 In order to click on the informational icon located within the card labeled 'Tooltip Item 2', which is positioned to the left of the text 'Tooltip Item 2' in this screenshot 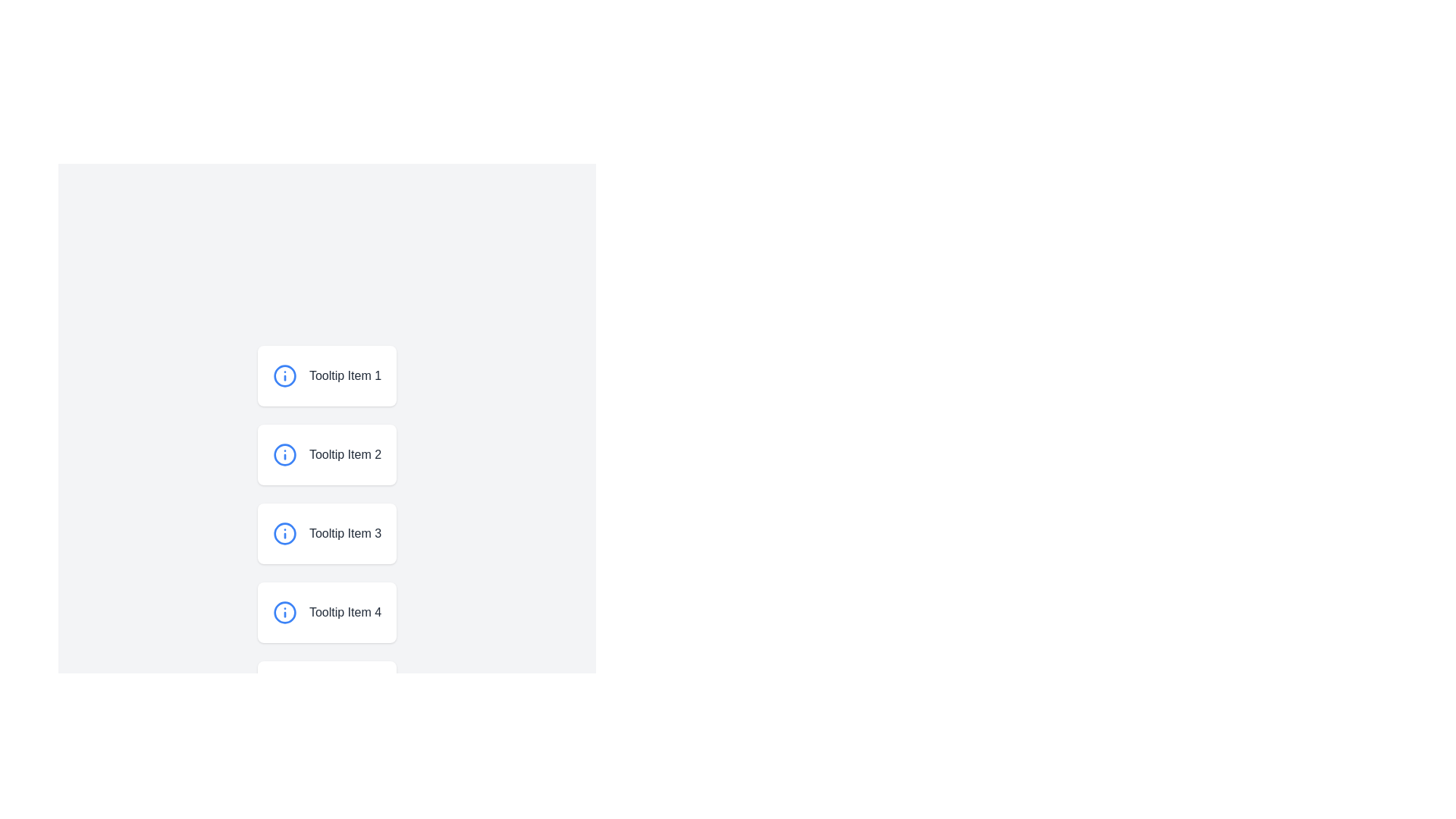, I will do `click(284, 454)`.